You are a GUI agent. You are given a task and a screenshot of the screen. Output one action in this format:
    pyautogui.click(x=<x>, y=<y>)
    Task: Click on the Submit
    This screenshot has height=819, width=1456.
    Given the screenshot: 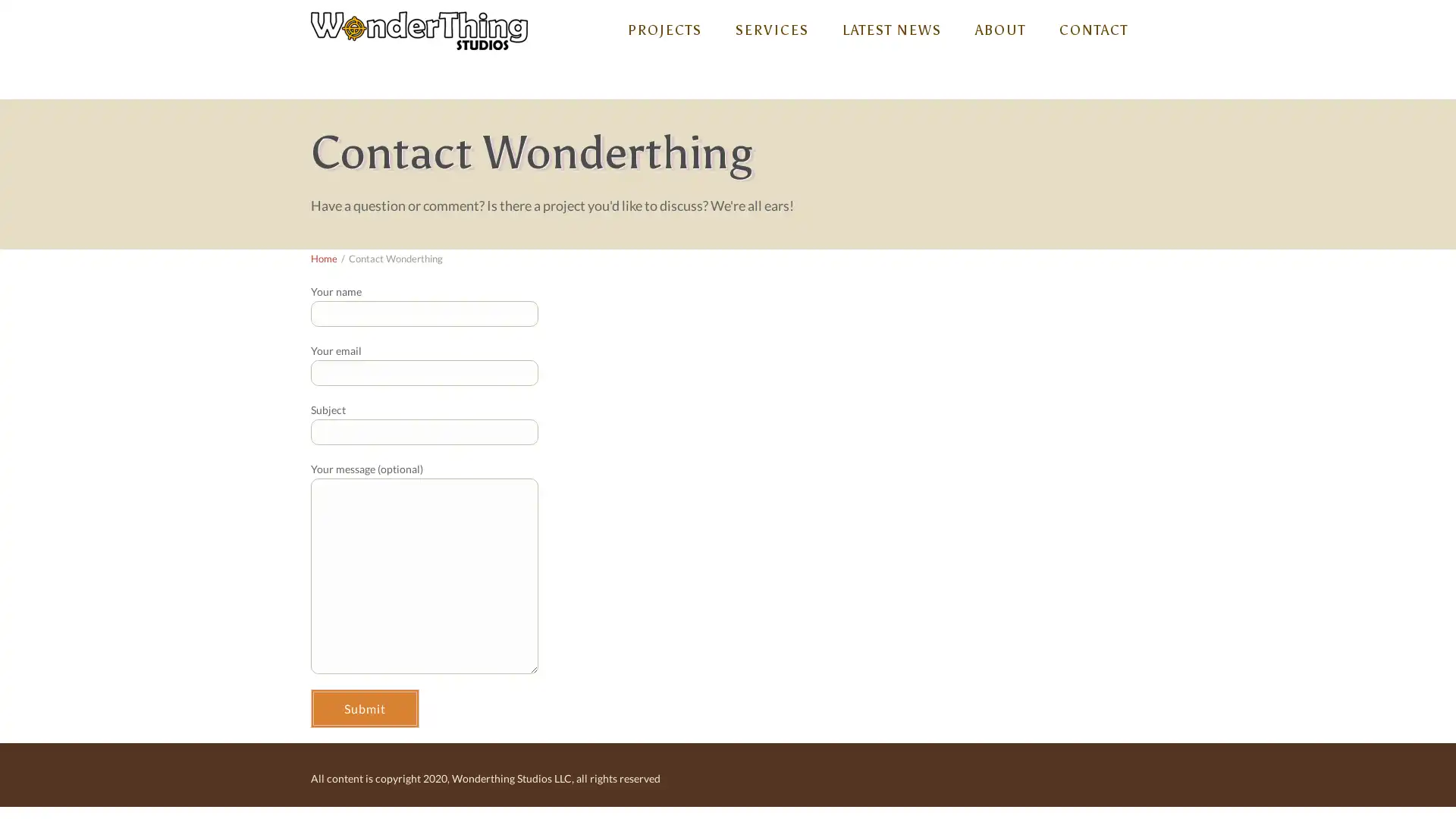 What is the action you would take?
    pyautogui.click(x=365, y=669)
    